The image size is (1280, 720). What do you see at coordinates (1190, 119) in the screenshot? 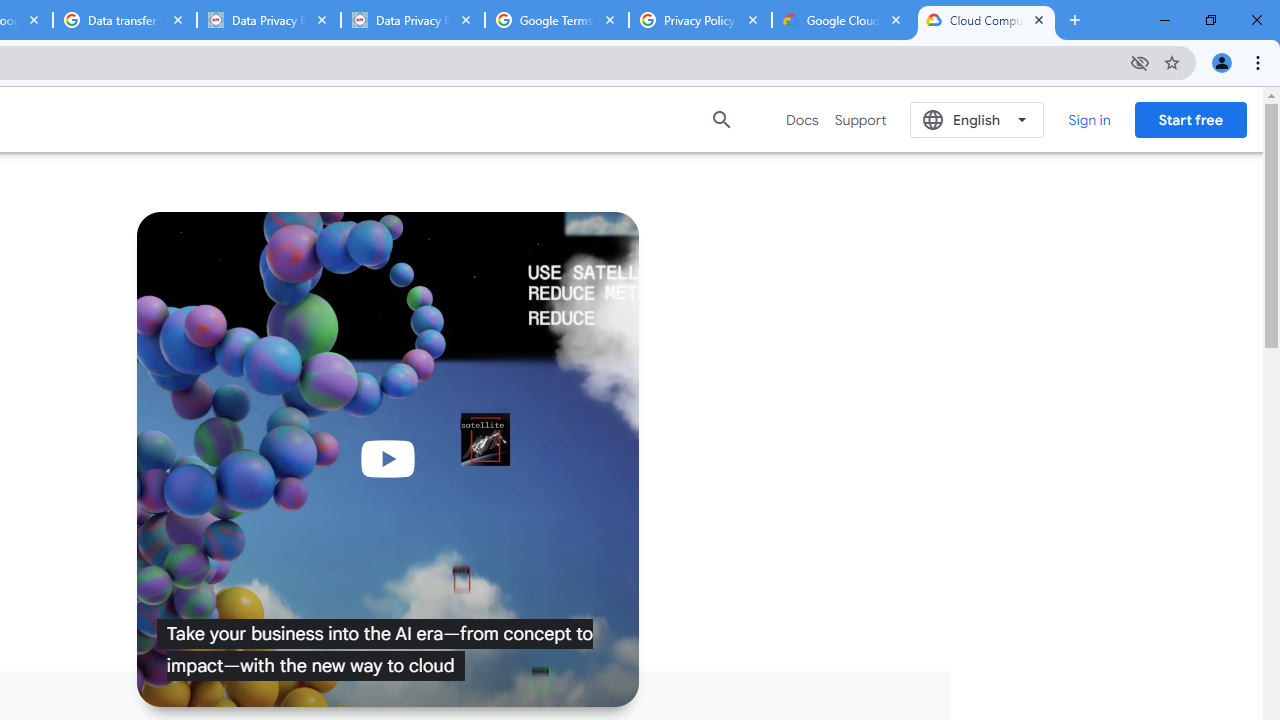
I see `'Start free'` at bounding box center [1190, 119].